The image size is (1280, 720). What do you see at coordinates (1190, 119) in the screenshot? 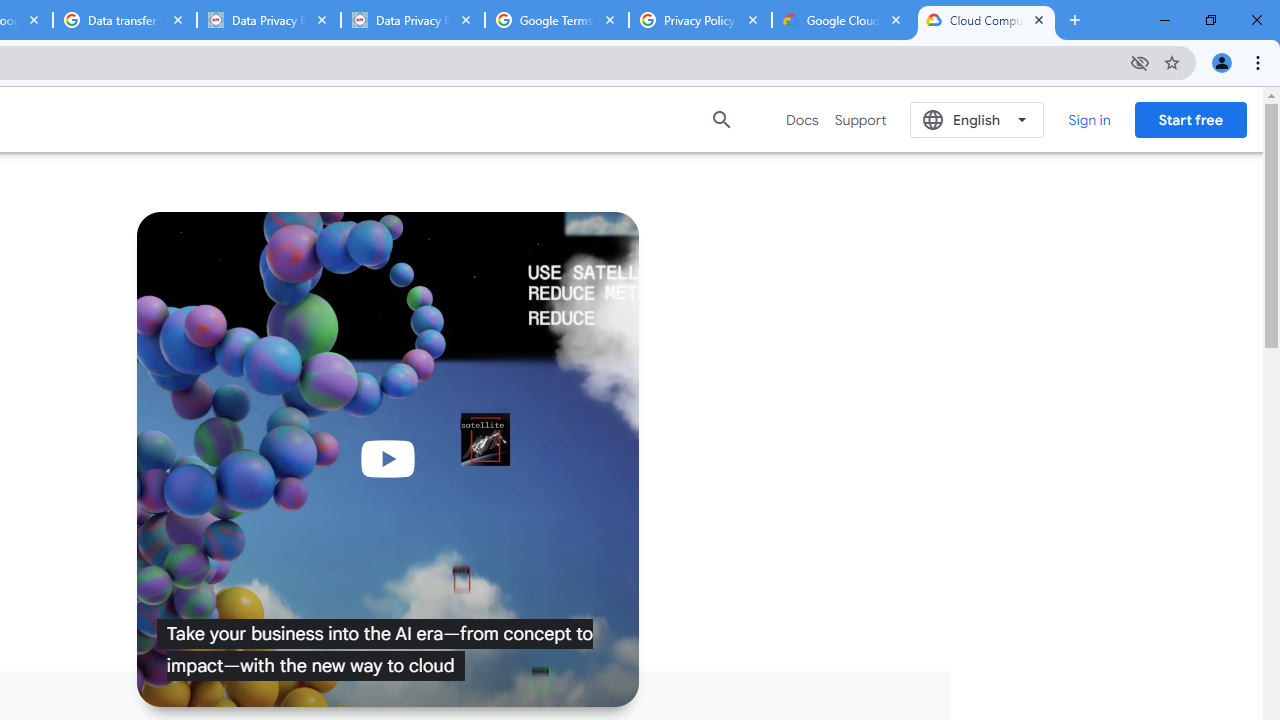
I see `'Start free'` at bounding box center [1190, 119].